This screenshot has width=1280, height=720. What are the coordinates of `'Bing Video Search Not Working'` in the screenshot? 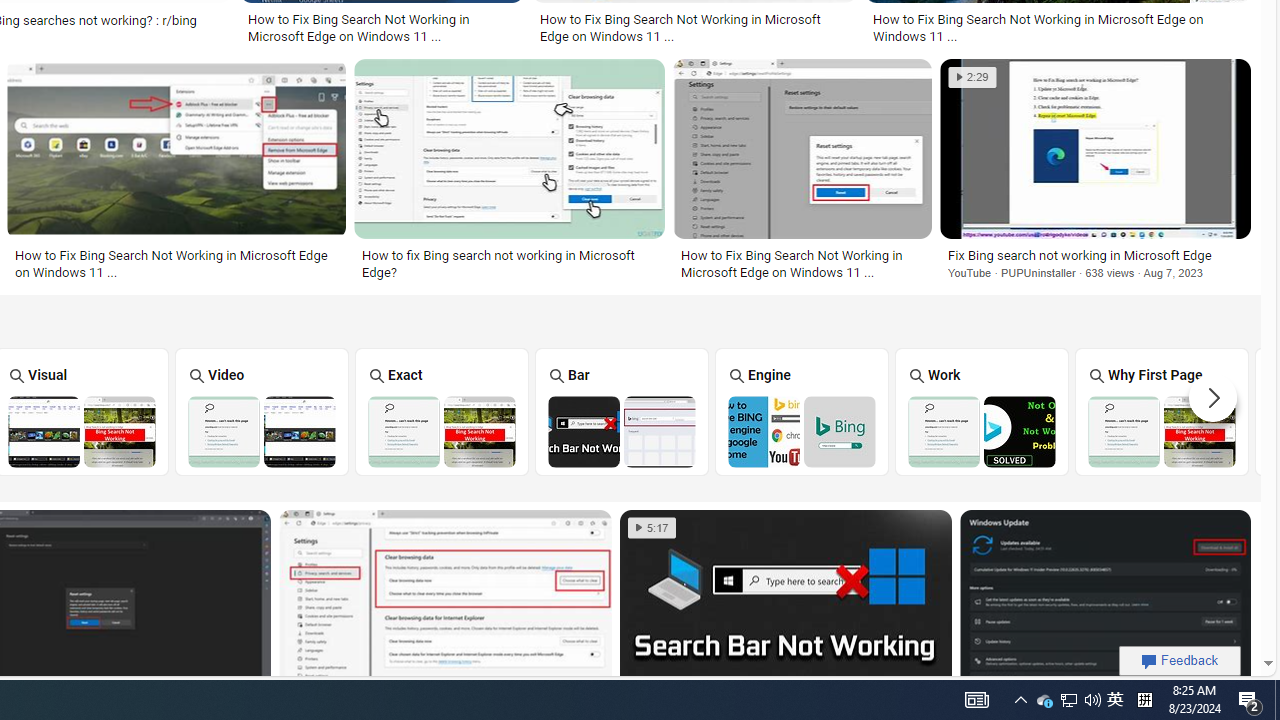 It's located at (261, 430).